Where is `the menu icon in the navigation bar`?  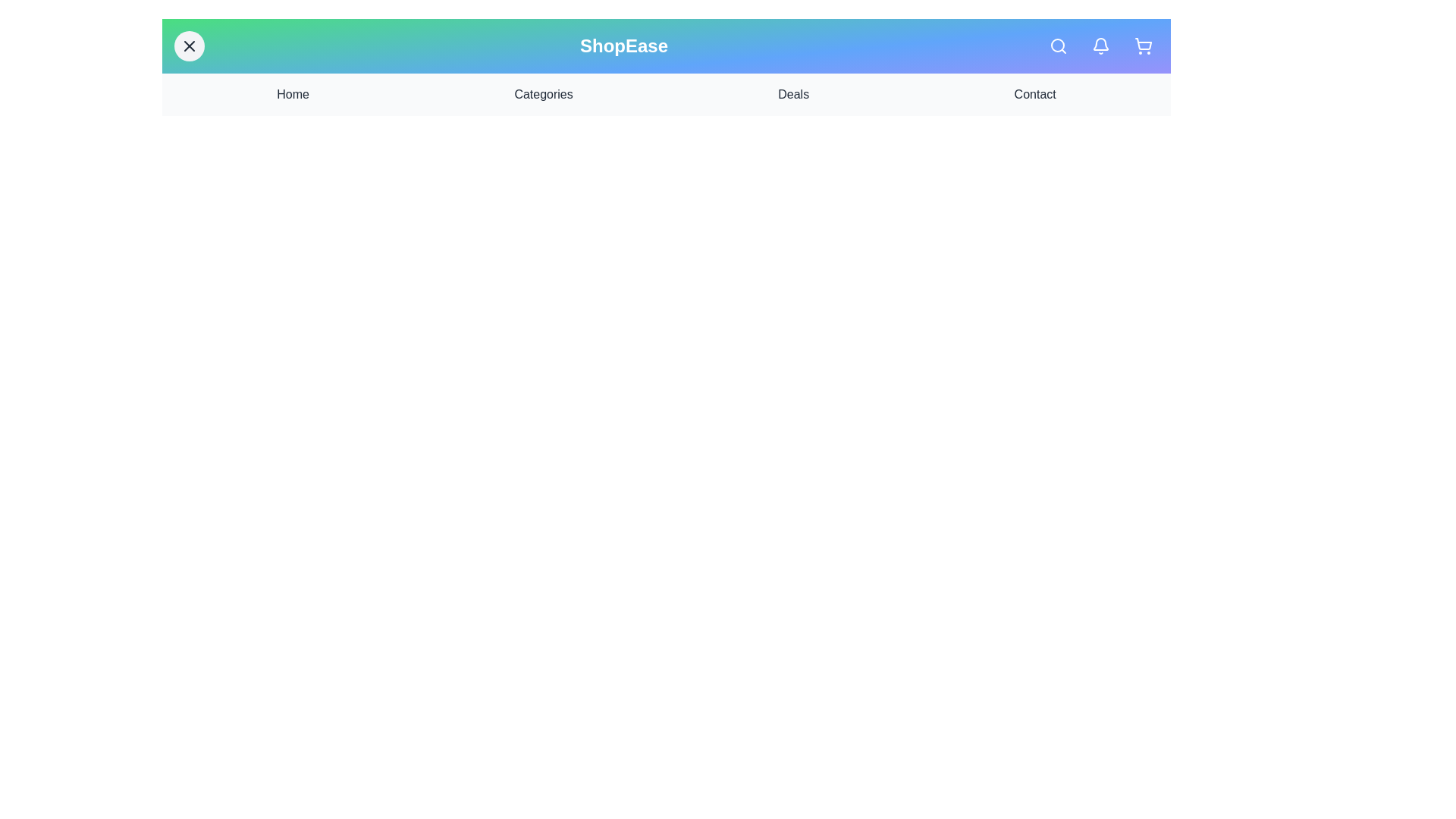
the menu icon in the navigation bar is located at coordinates (188, 45).